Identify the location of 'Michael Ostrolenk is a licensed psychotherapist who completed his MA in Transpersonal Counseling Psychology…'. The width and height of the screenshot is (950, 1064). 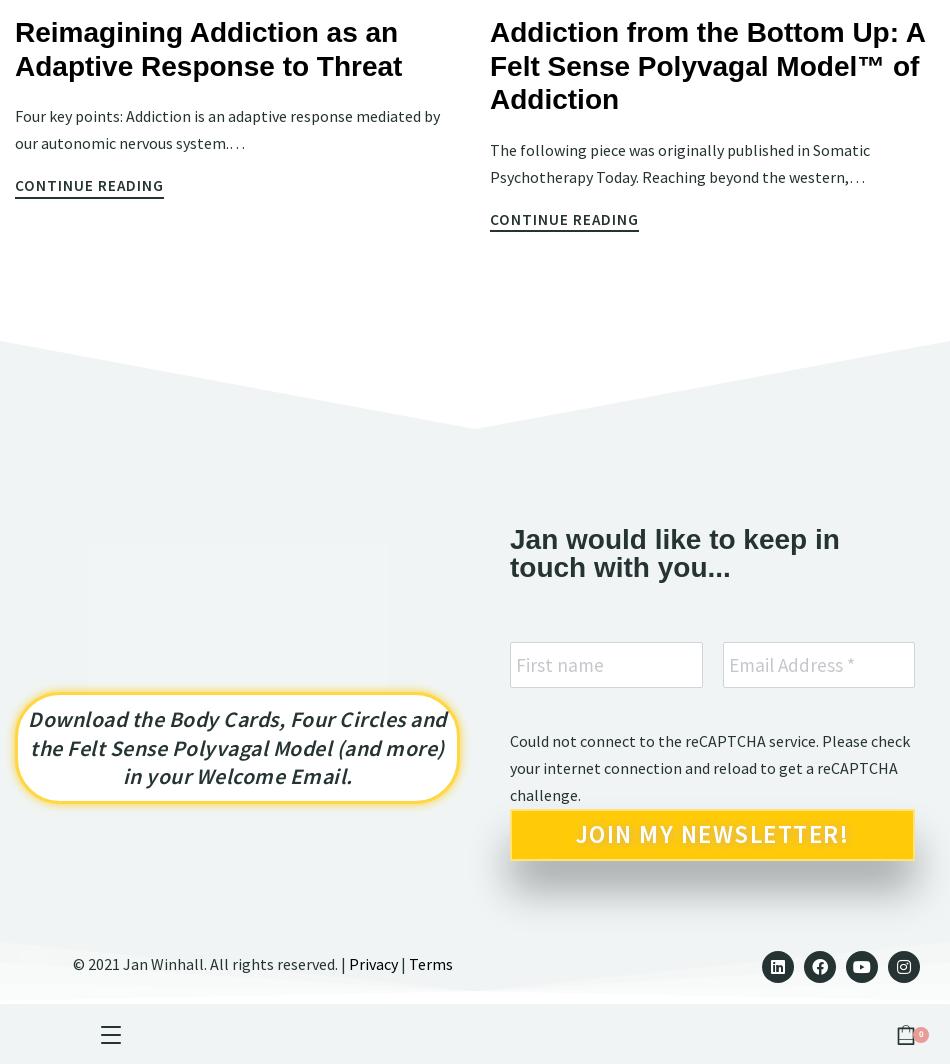
(708, 196).